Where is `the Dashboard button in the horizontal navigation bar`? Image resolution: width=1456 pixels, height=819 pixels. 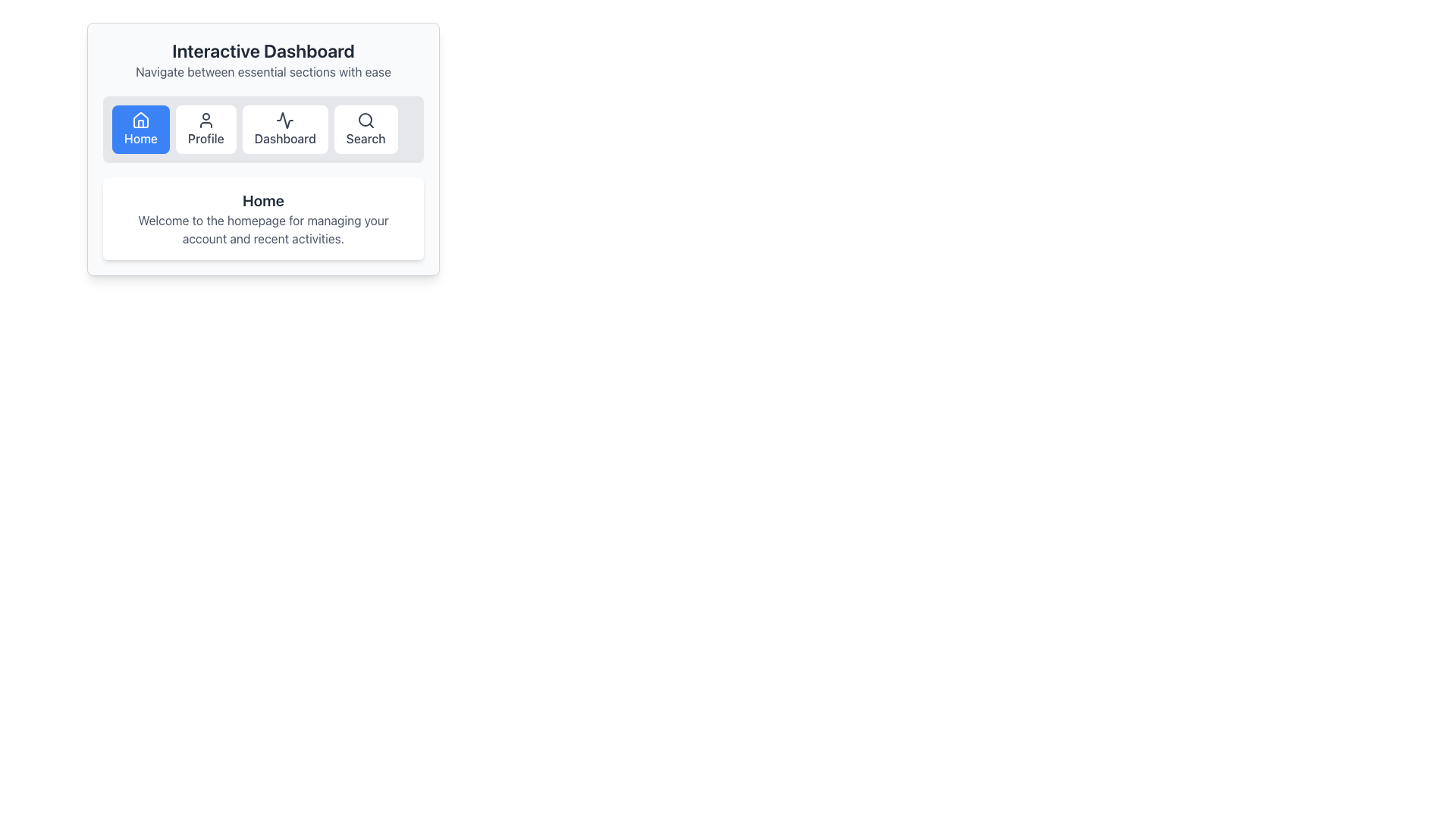 the Dashboard button in the horizontal navigation bar is located at coordinates (285, 128).